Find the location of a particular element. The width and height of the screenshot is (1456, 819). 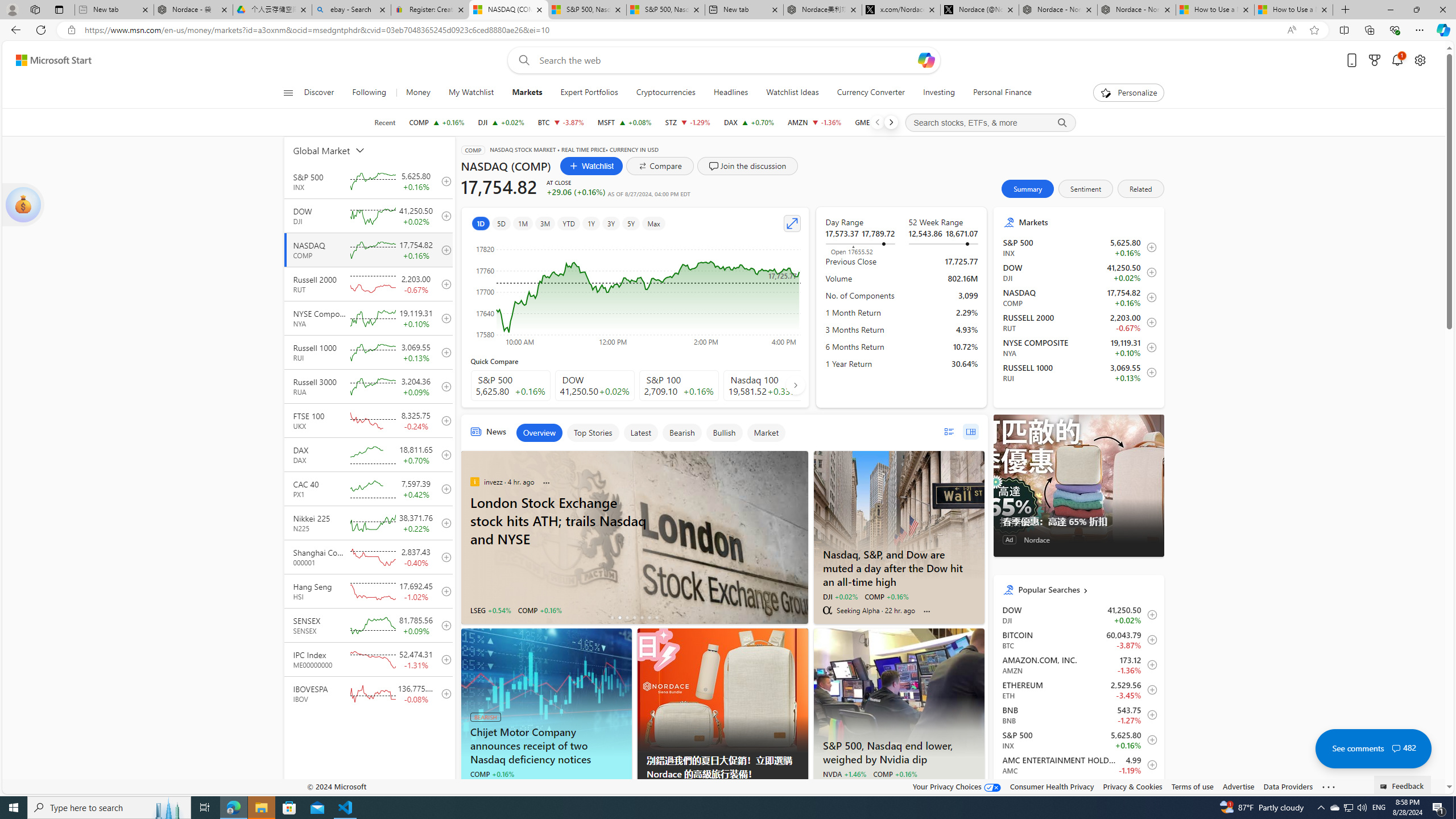

'DAX DAX increase 18,811.65 +129.84 +0.70%' is located at coordinates (747, 122).